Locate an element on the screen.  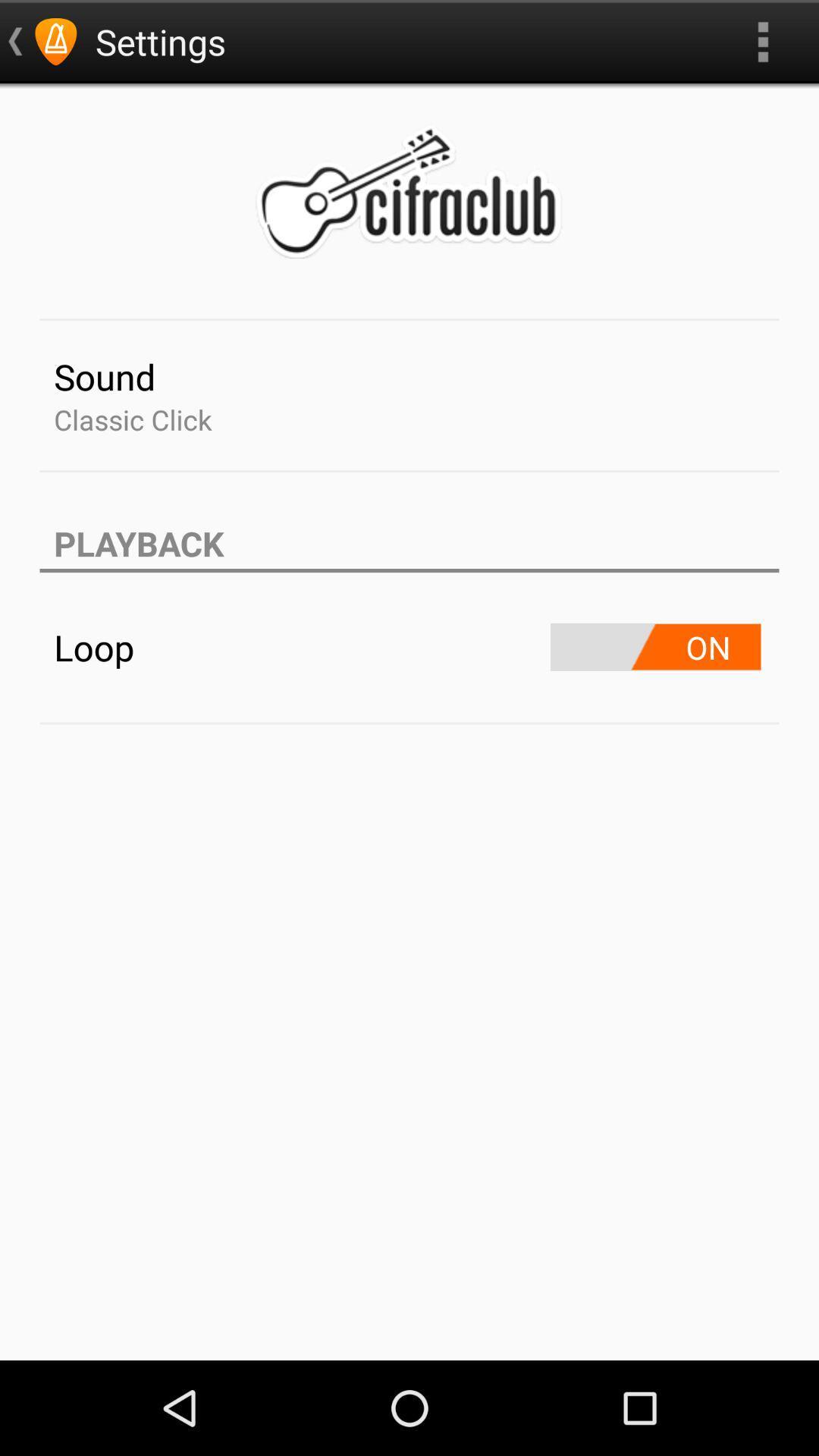
turn on is located at coordinates (654, 647).